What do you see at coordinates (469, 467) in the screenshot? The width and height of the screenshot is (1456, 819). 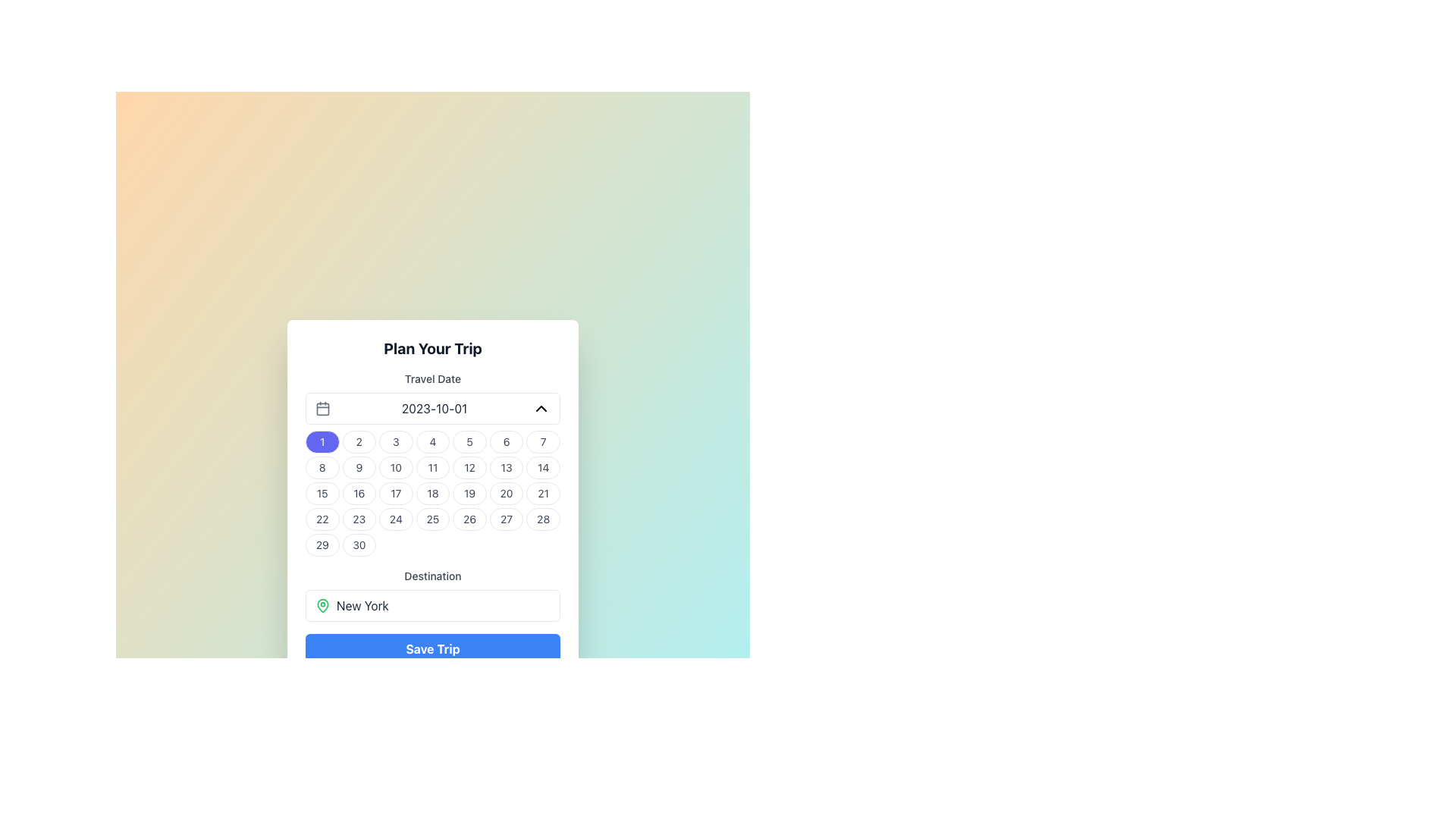 I see `the date selector button for the date '12' located in the second row of the date grid after the buttons for '8', '9', '10', and '11'` at bounding box center [469, 467].